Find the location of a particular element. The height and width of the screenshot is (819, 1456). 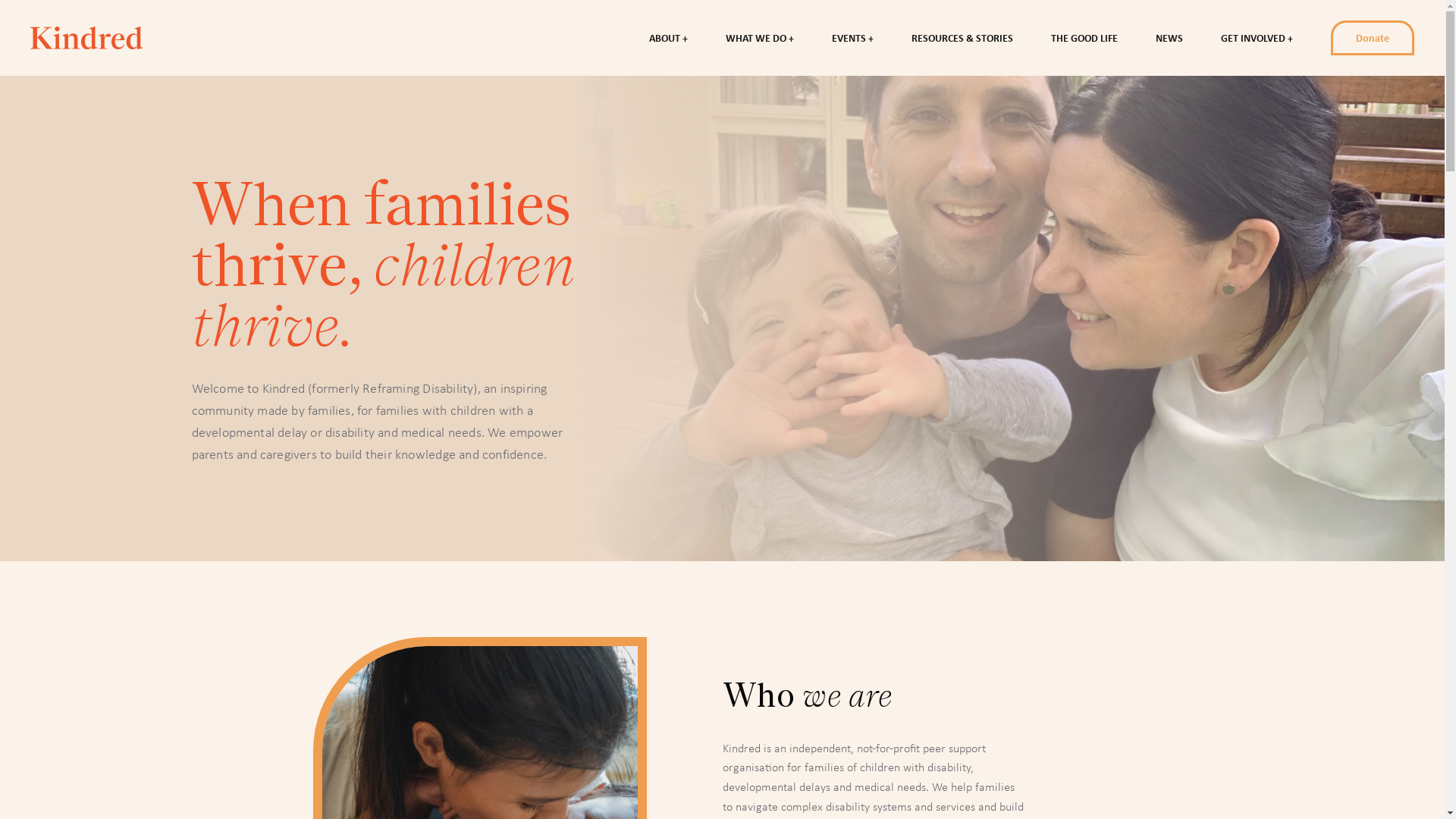

'Reframing Disability' is located at coordinates (30, 37).